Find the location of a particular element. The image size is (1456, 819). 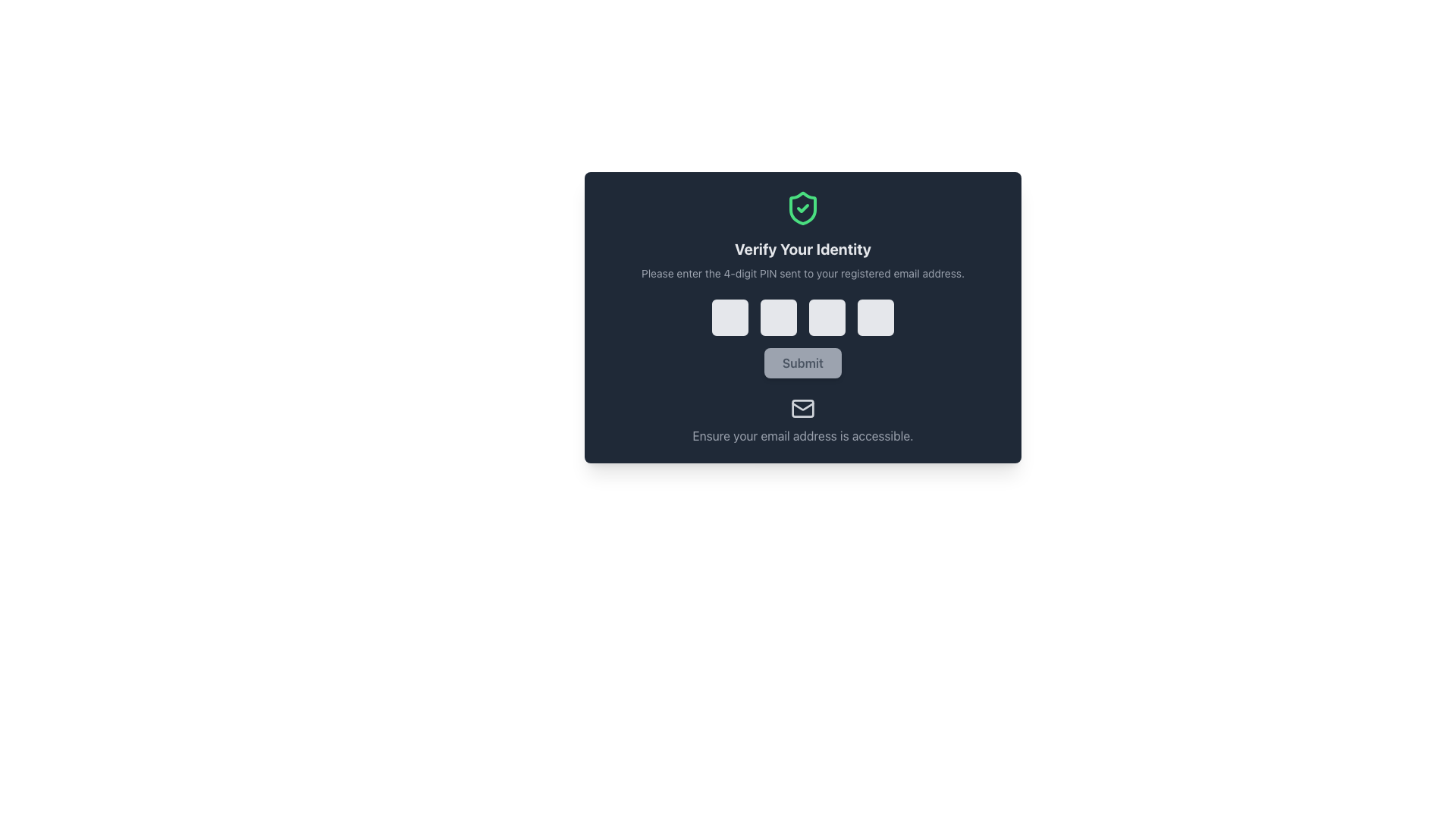

the disabled submit button for PIN verification located at the bottom of the PIN entry layout is located at coordinates (802, 362).